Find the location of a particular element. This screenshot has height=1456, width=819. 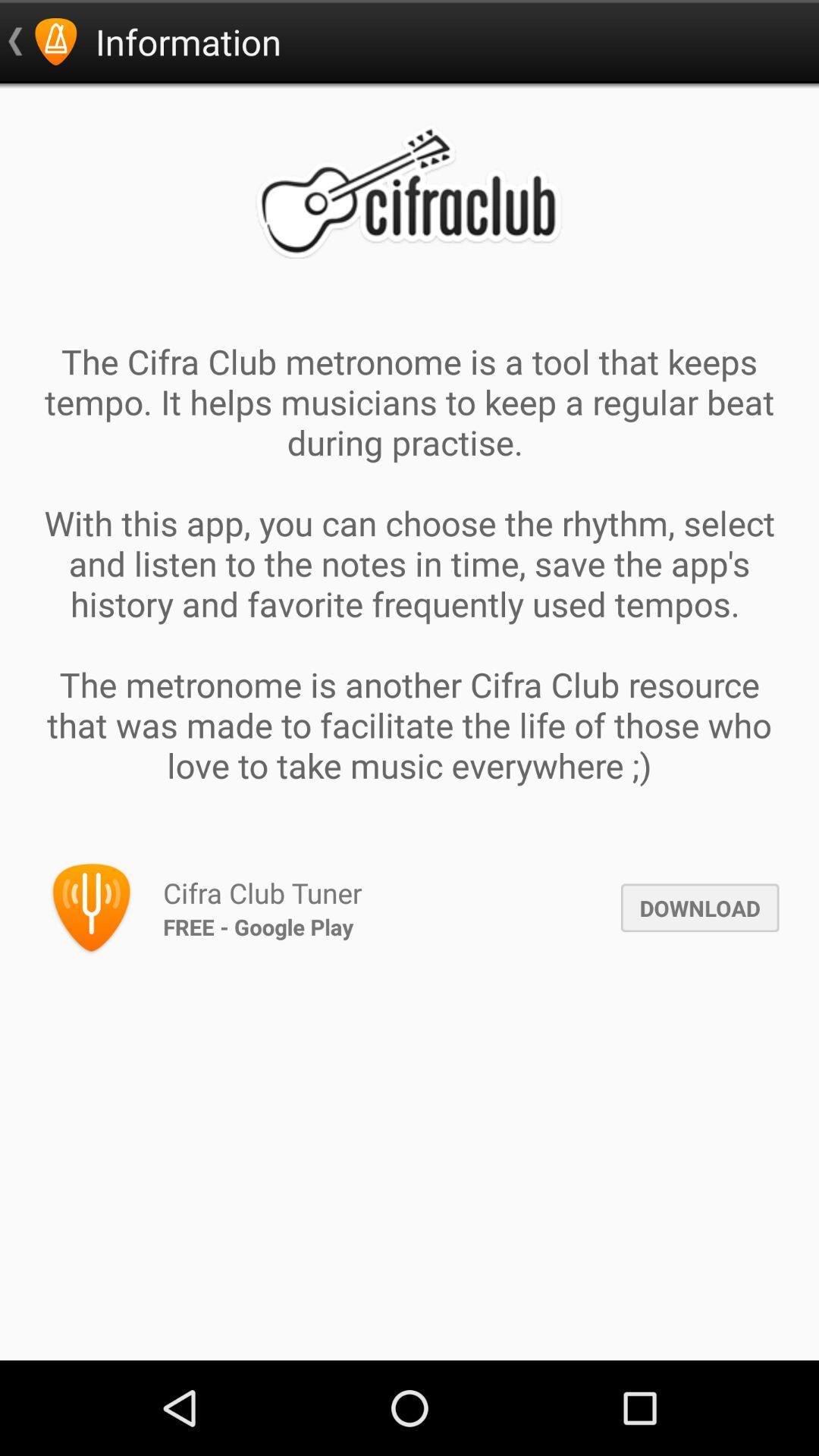

download icon is located at coordinates (700, 908).